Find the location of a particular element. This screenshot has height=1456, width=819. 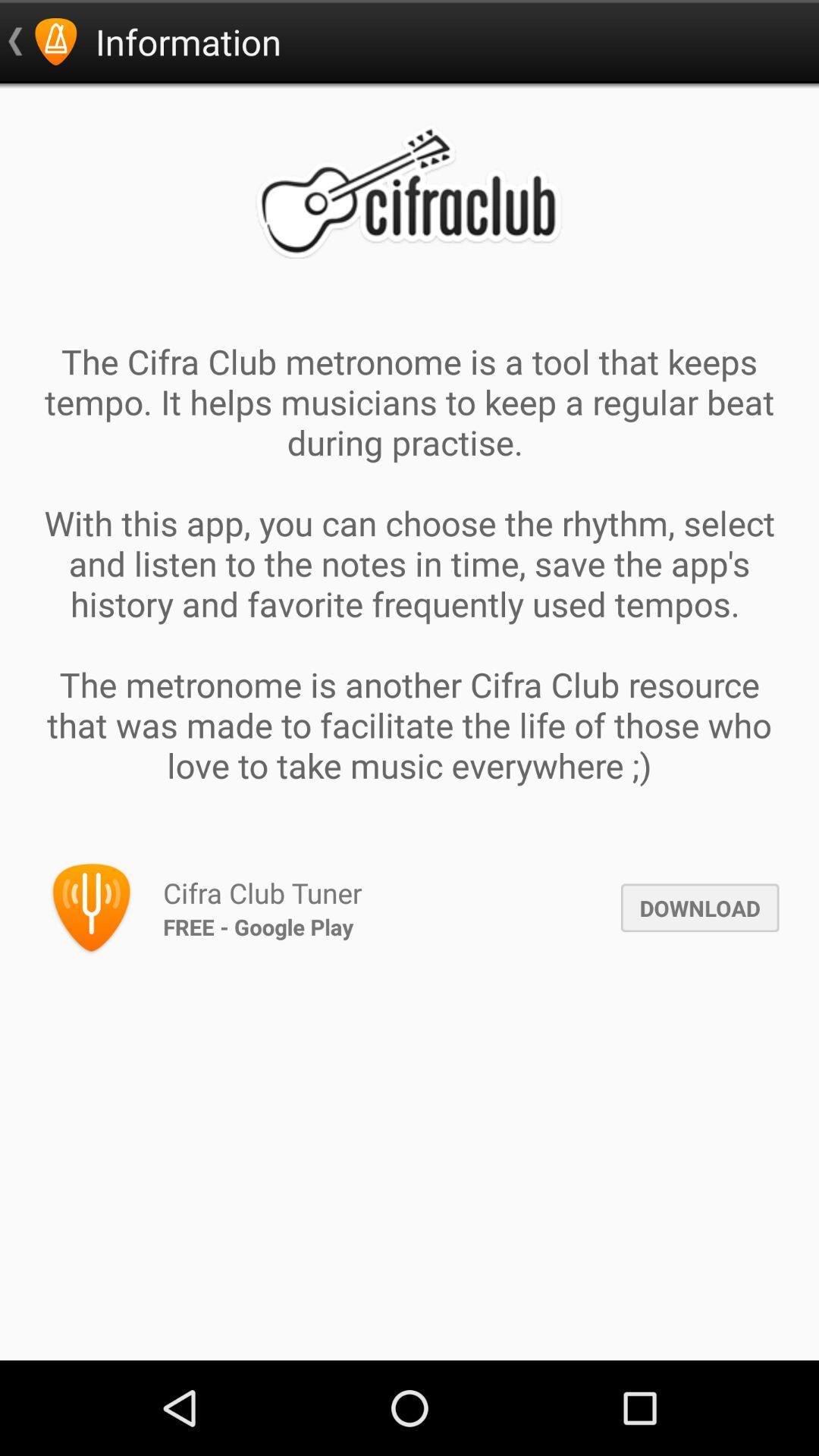

download icon is located at coordinates (700, 908).